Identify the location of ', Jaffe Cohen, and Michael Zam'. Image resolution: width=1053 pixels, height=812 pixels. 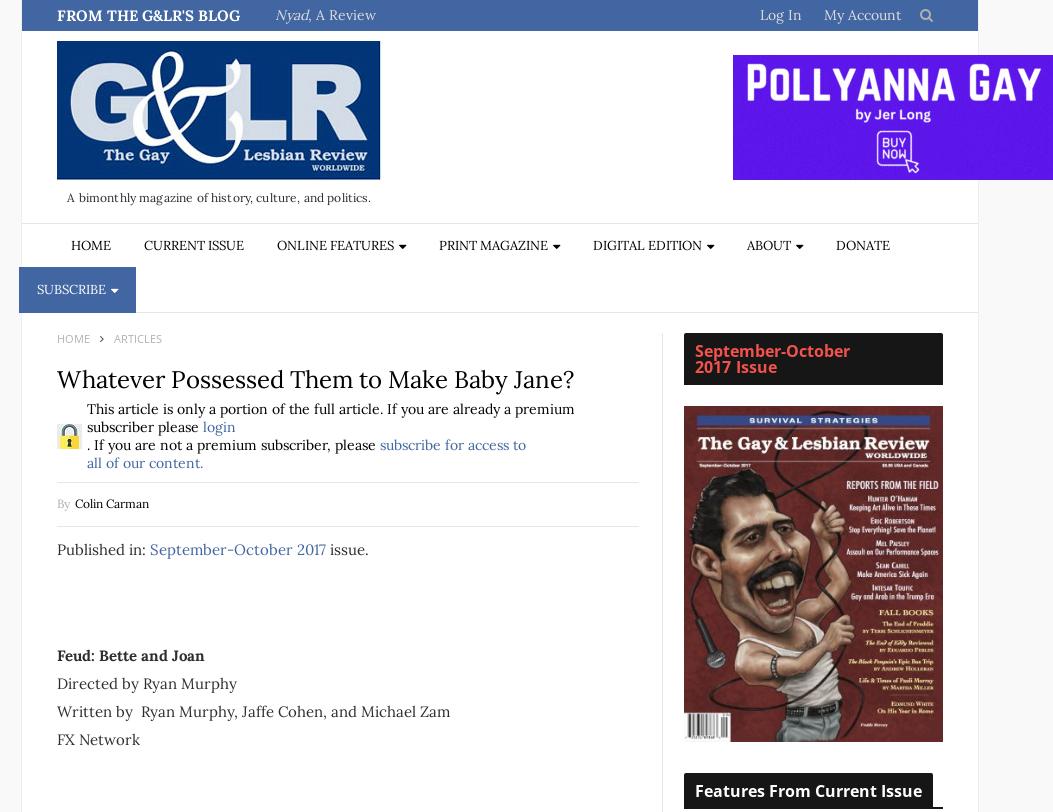
(341, 710).